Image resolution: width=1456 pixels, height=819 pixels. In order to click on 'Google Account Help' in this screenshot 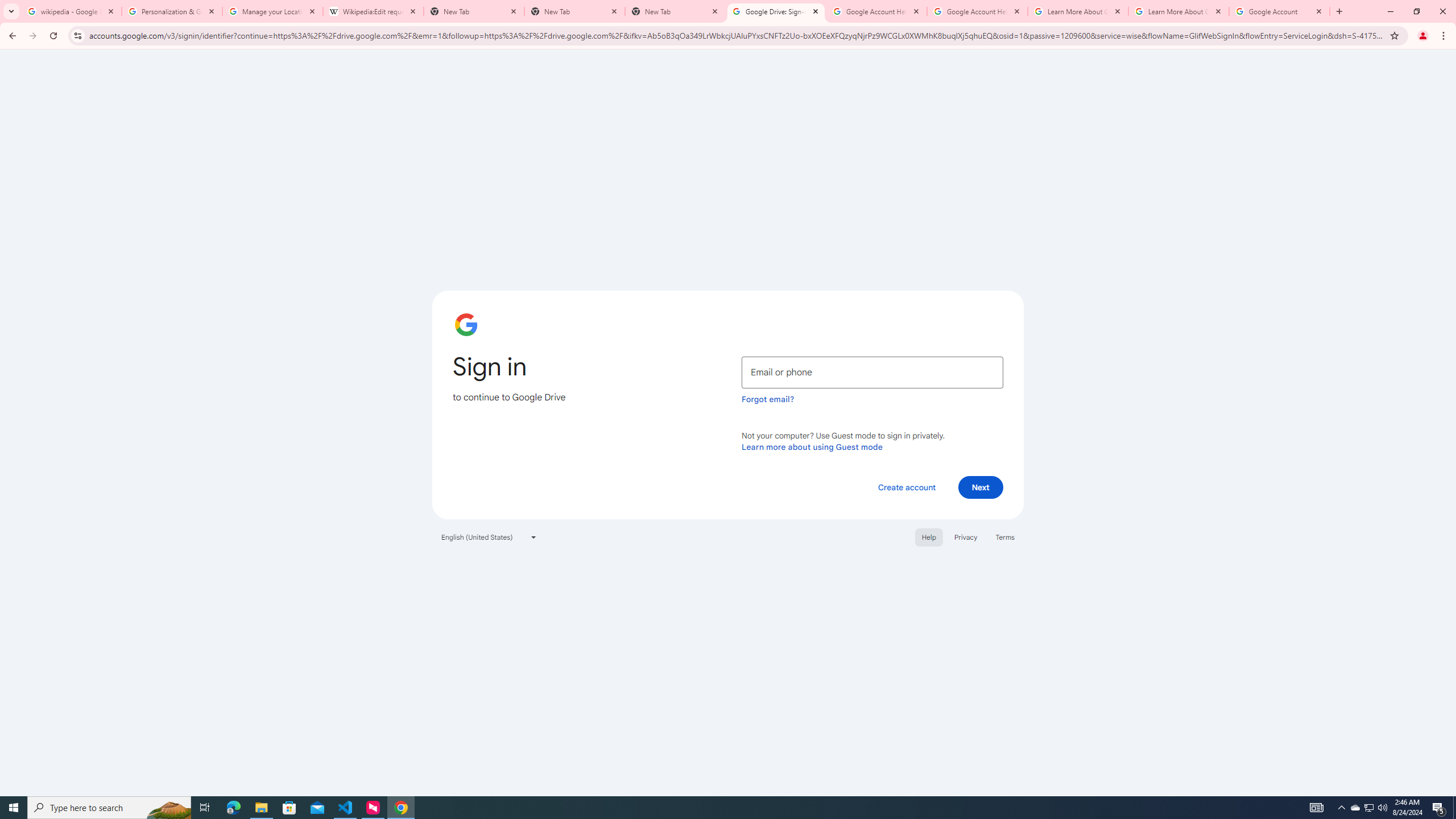, I will do `click(976, 11)`.